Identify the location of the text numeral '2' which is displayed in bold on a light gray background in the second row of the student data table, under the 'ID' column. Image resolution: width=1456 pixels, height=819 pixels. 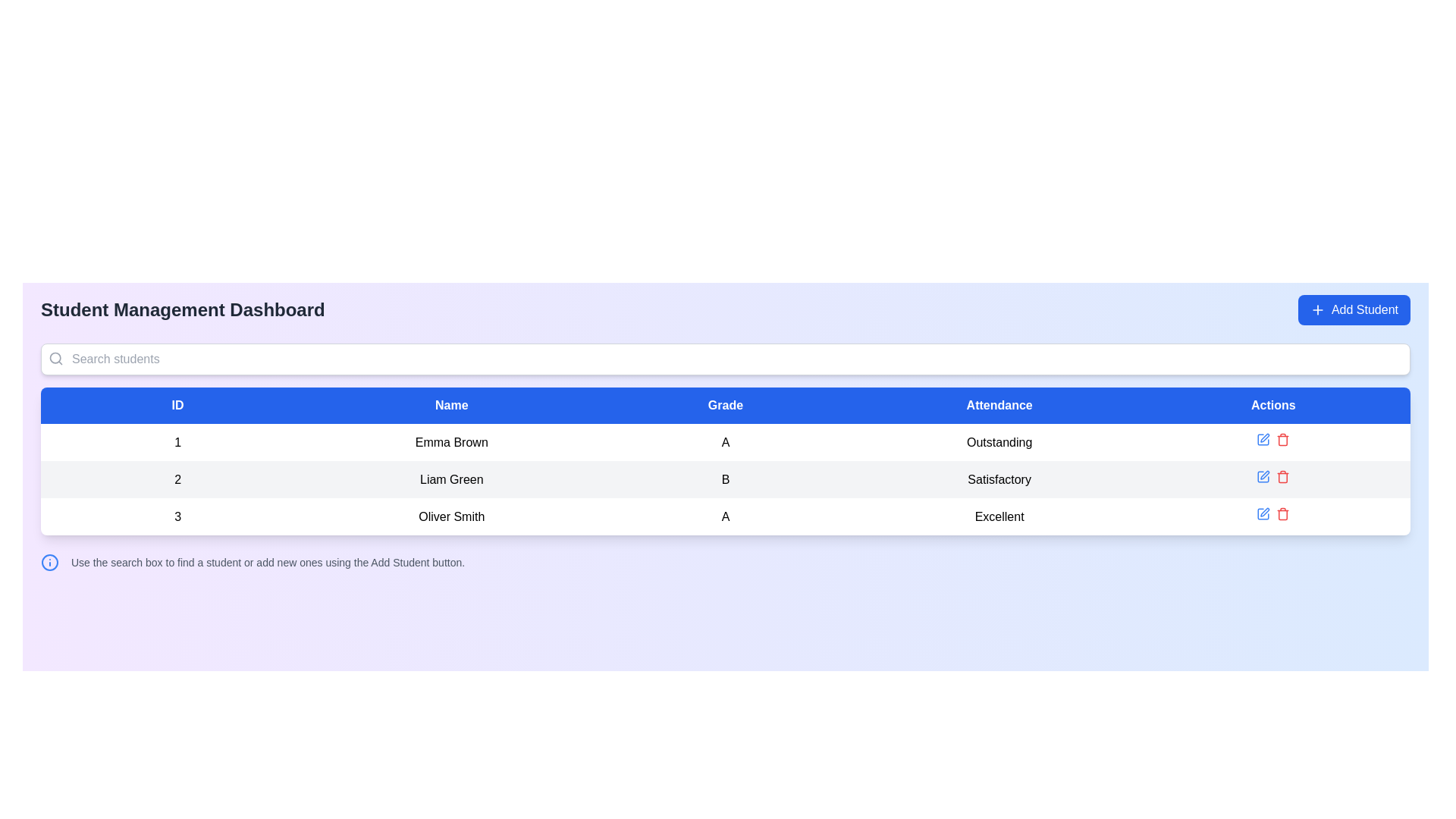
(177, 479).